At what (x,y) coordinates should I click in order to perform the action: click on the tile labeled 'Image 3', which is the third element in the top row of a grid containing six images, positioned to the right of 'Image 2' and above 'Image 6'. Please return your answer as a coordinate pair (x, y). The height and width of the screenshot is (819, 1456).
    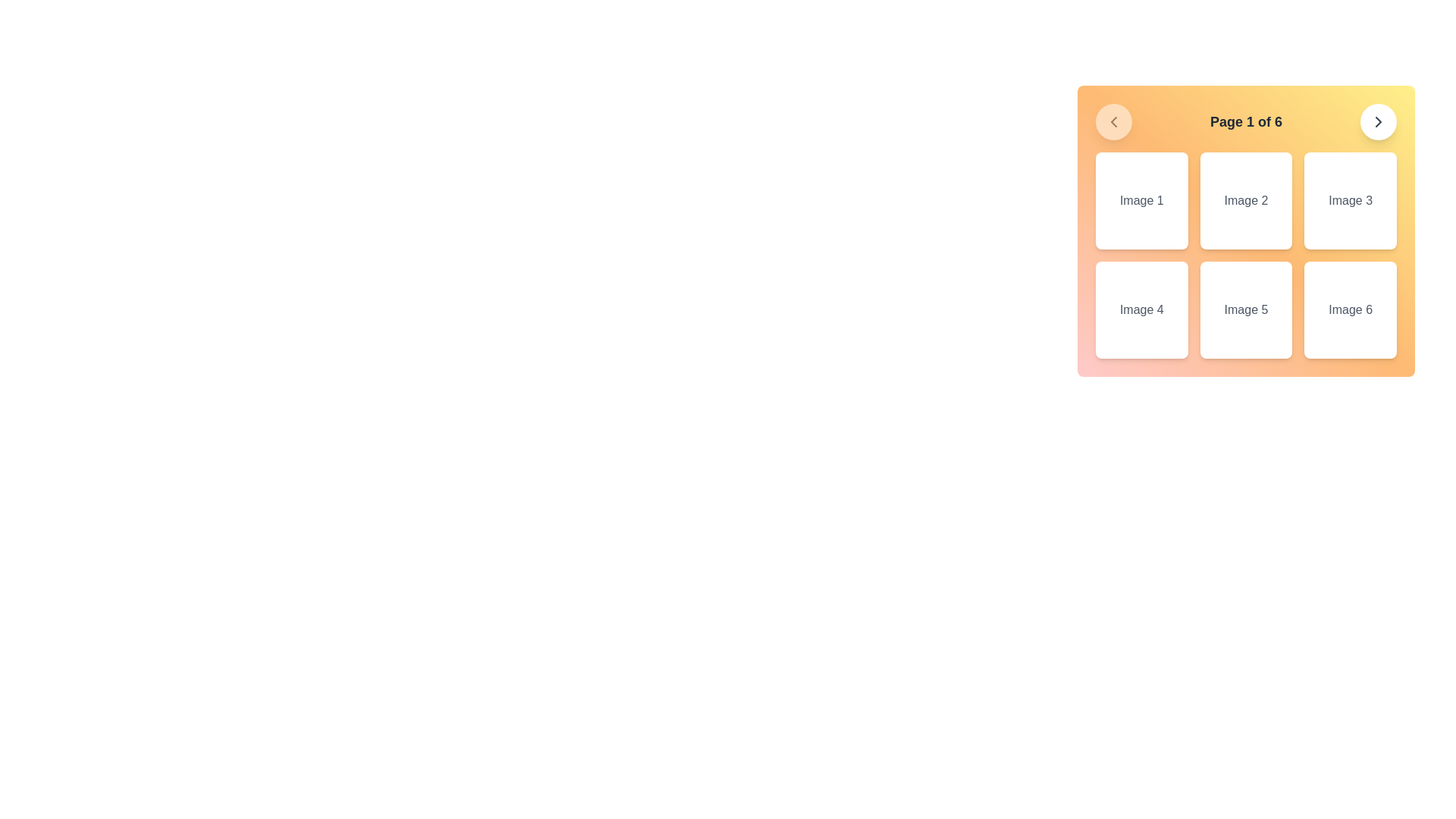
    Looking at the image, I should click on (1351, 200).